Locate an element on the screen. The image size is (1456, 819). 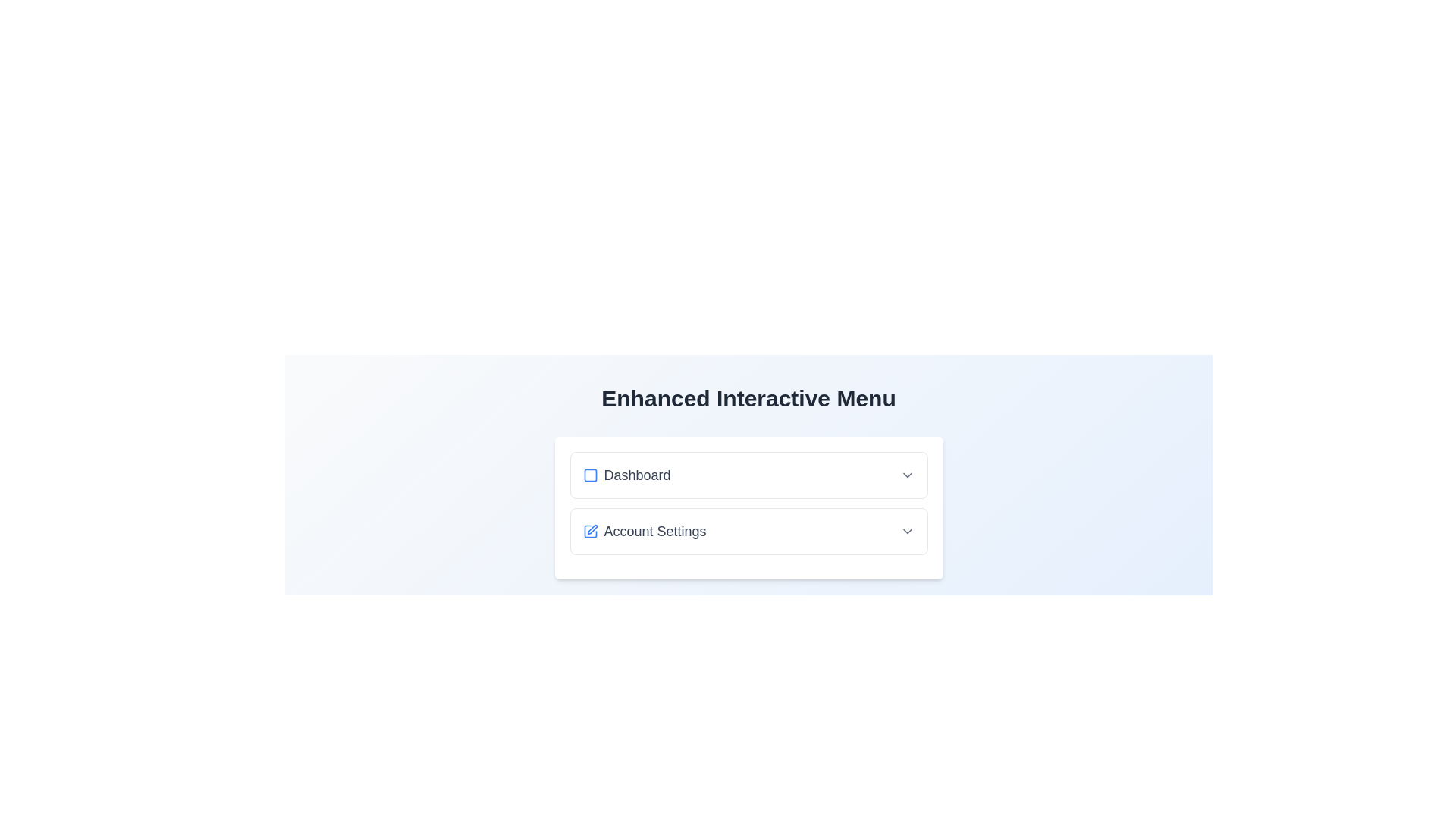
the downward-pointing gray chevron icon located to the right of the 'Dashboard' label is located at coordinates (907, 475).